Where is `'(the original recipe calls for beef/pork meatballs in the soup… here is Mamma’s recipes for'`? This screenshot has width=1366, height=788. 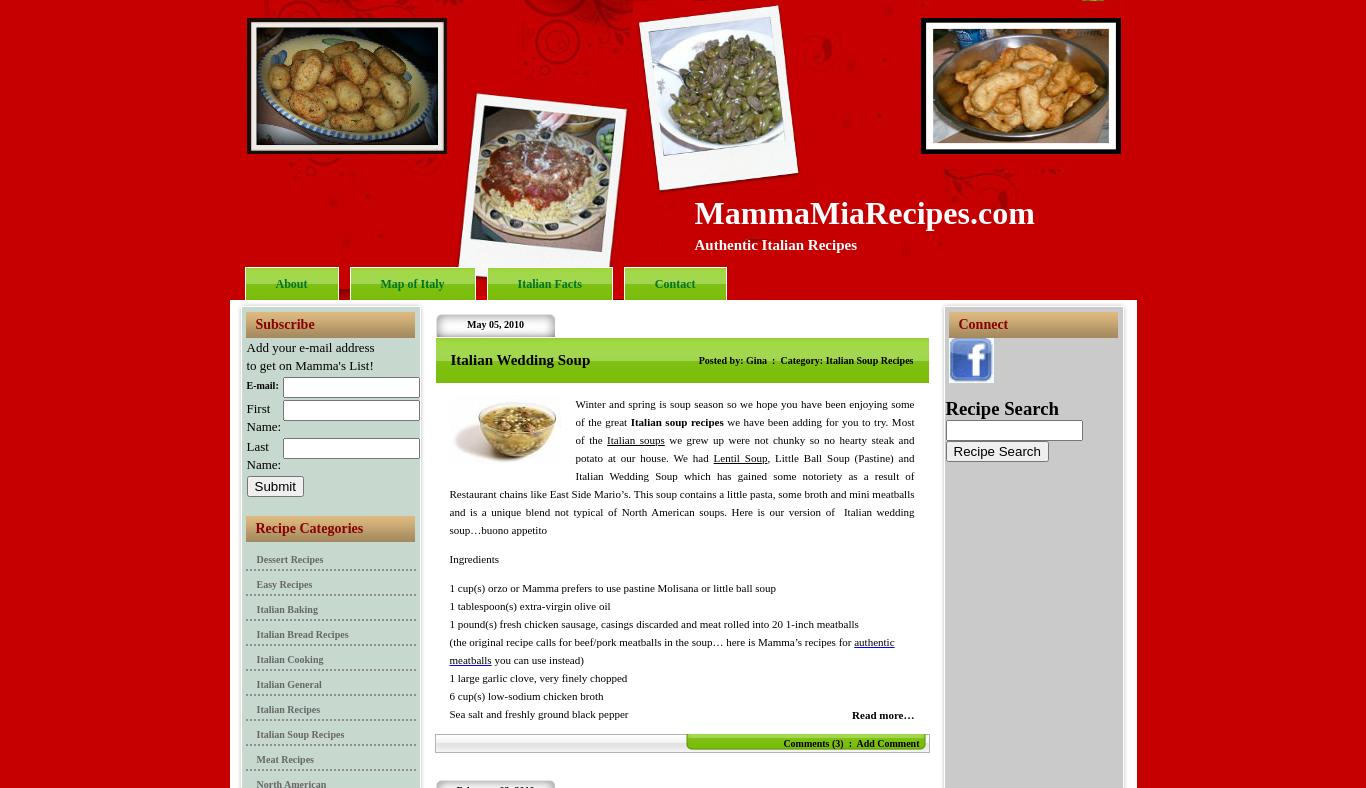 '(the original recipe calls for beef/pork meatballs in the soup… here is Mamma’s recipes for' is located at coordinates (650, 640).